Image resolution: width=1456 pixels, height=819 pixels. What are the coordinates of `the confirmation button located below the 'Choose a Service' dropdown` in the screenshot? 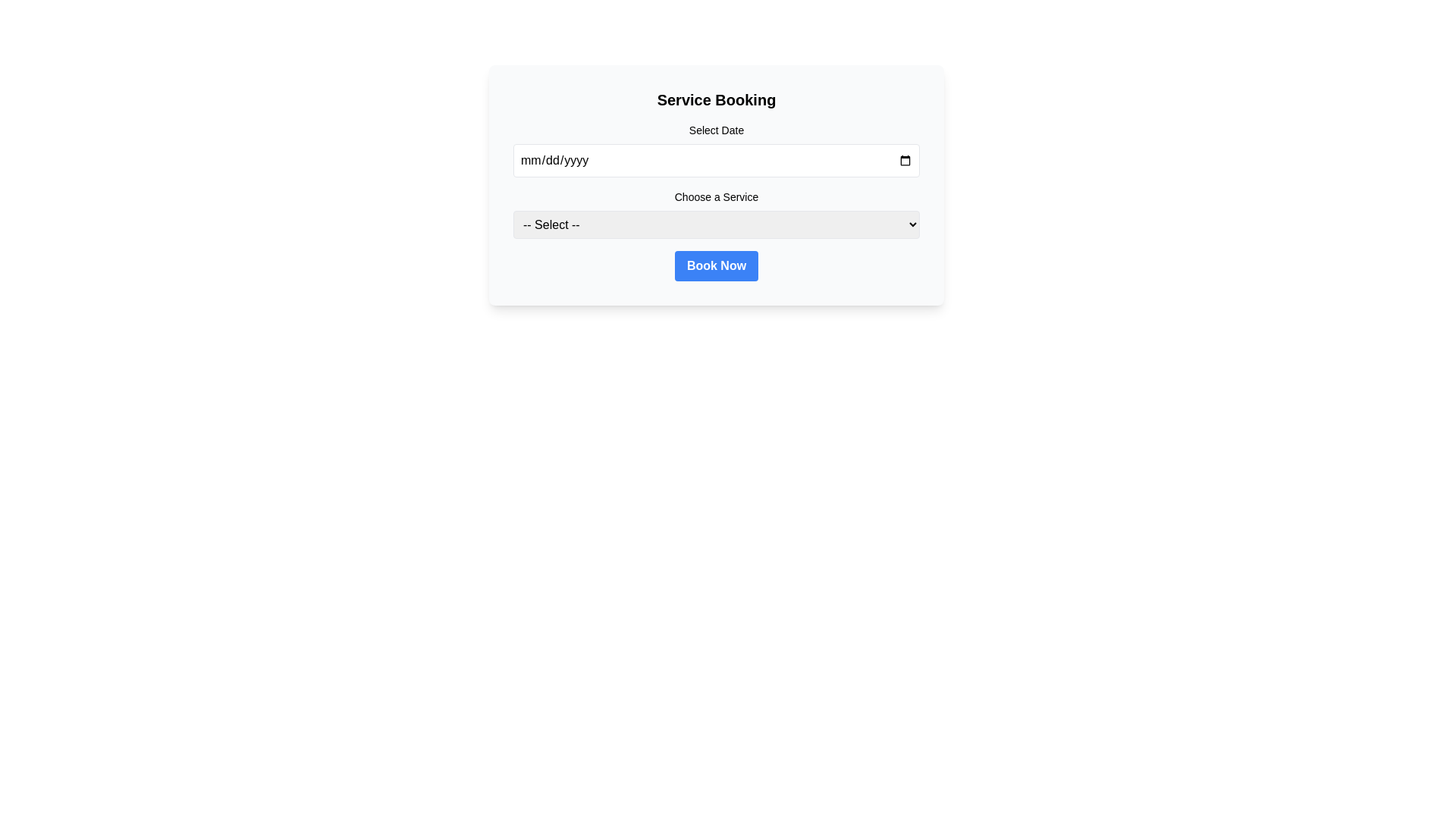 It's located at (716, 265).